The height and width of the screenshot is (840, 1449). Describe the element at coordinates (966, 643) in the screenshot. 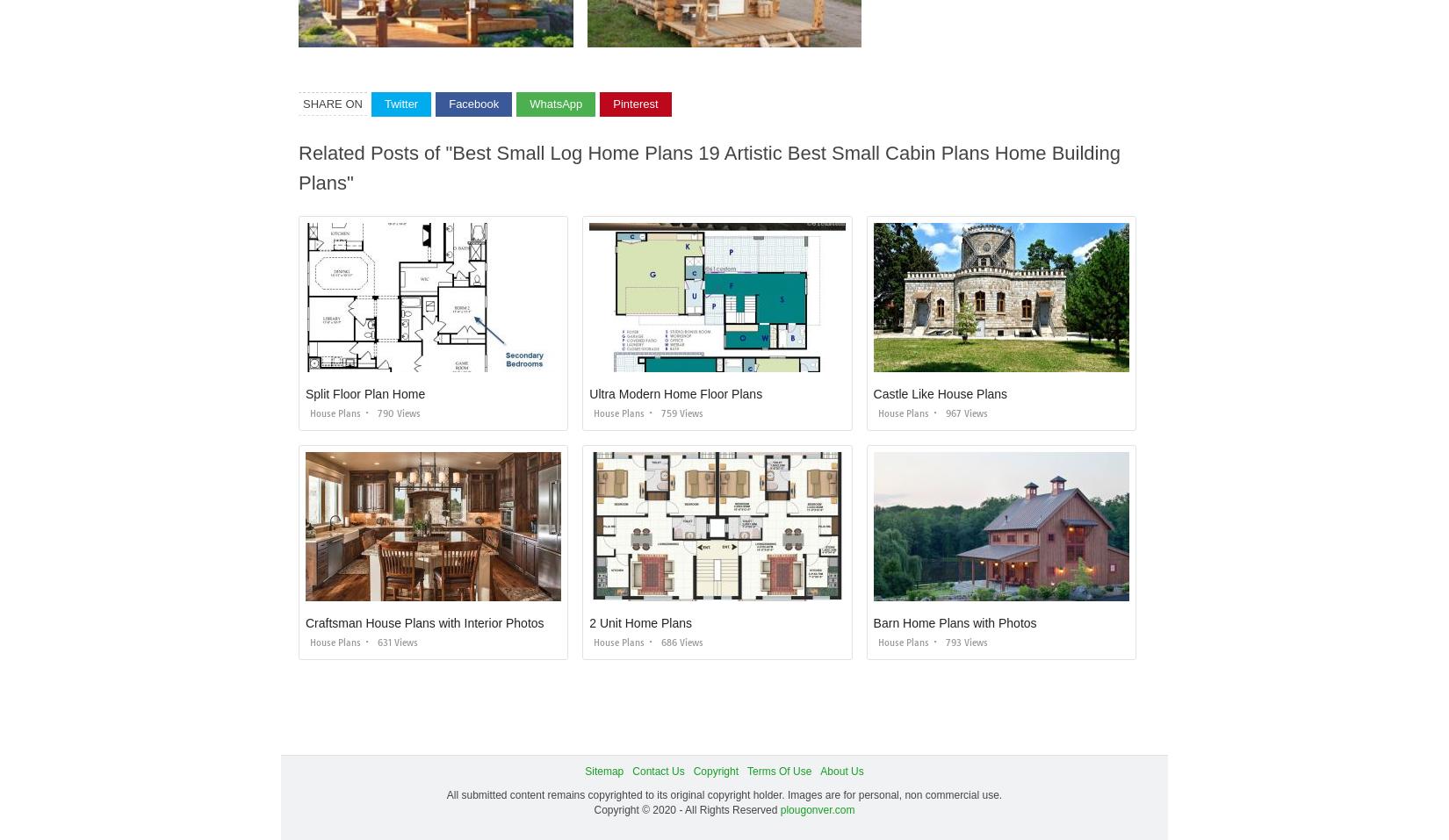

I see `'793 views'` at that location.